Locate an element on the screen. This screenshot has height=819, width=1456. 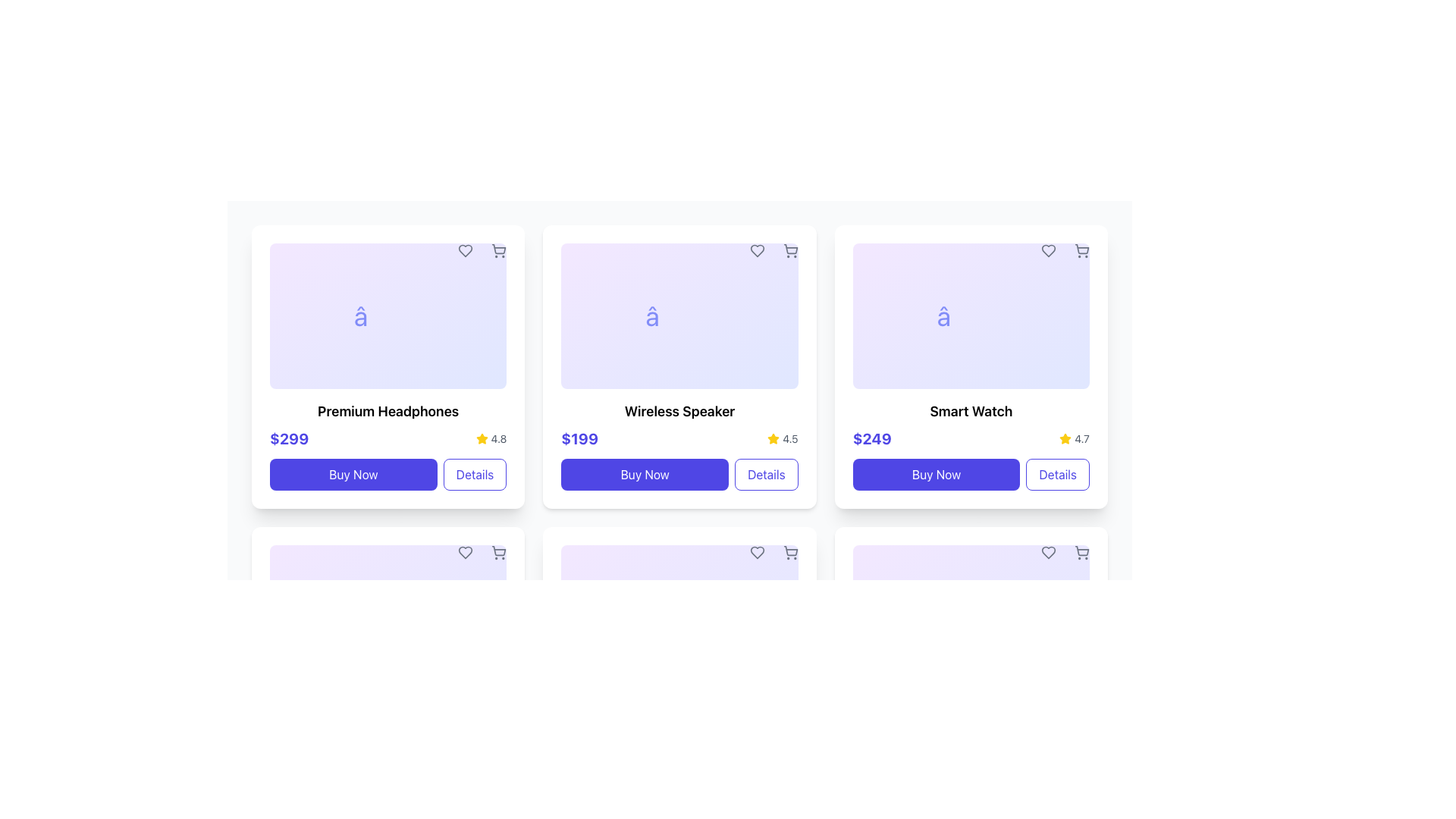
the shopping cart icon located in the top-right corner of the 'Wireless Speaker' product card is located at coordinates (789, 551).